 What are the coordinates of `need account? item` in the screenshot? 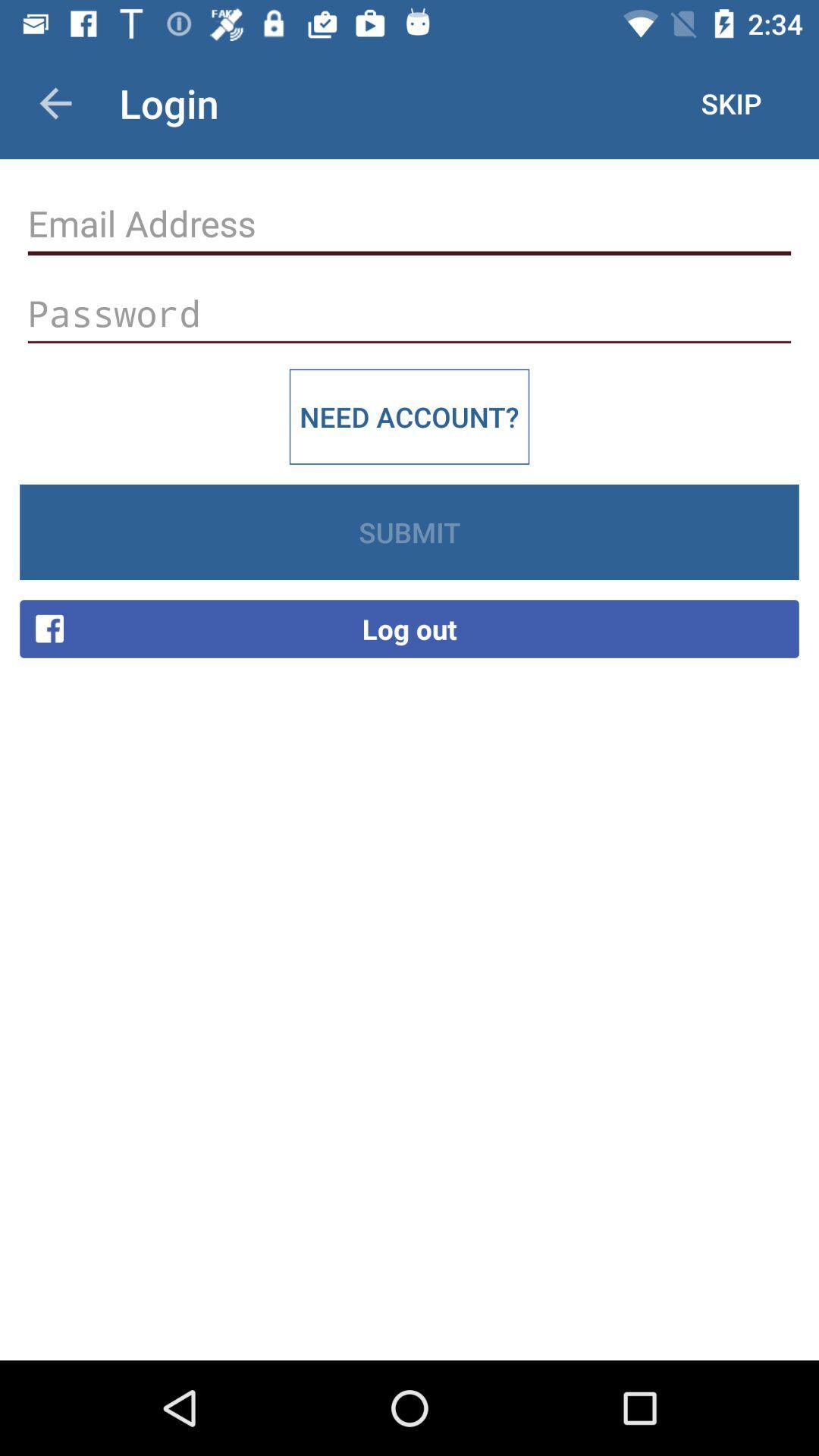 It's located at (409, 416).